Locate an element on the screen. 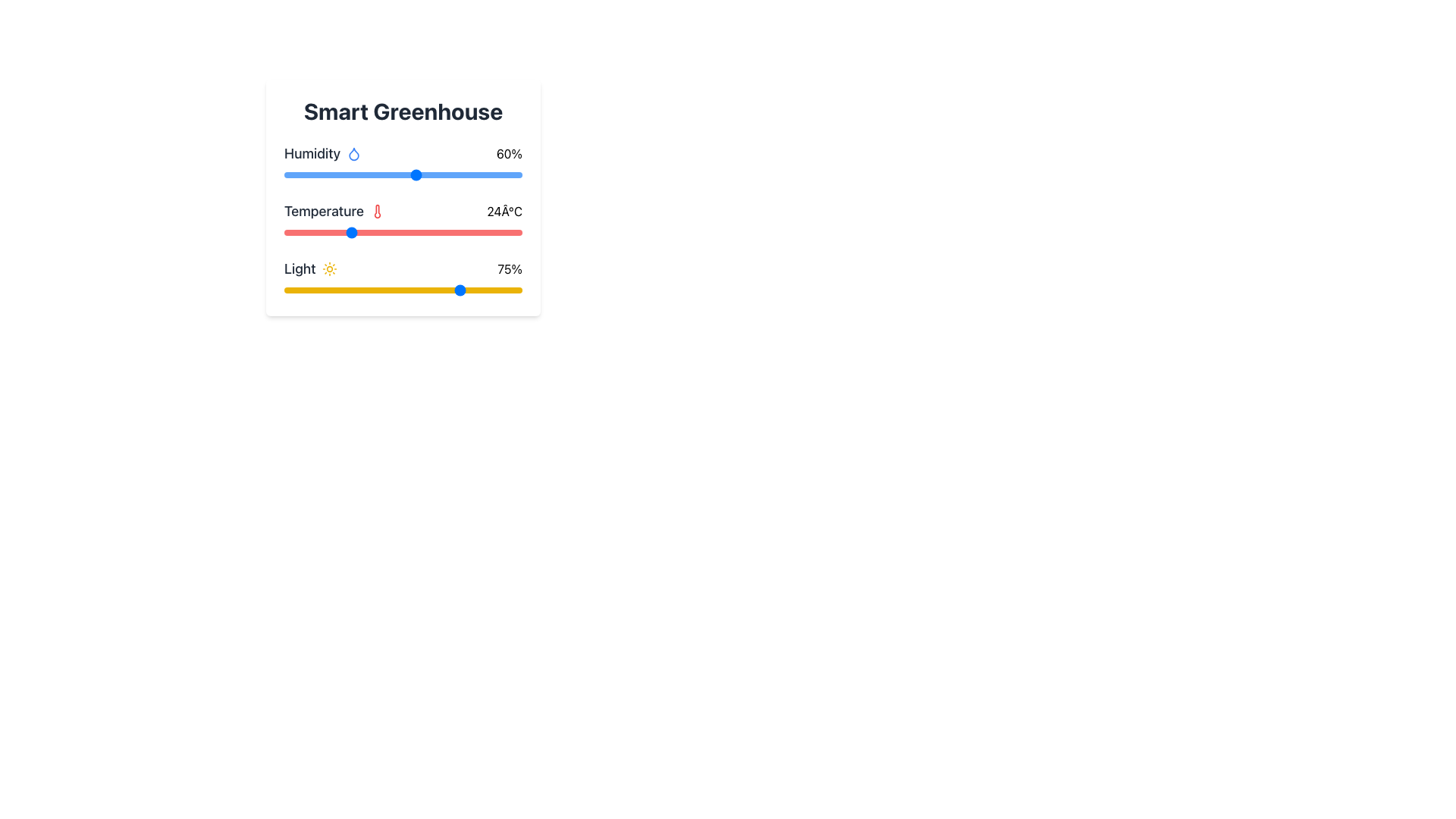 Image resolution: width=1456 pixels, height=819 pixels. the temperature is located at coordinates (446, 233).